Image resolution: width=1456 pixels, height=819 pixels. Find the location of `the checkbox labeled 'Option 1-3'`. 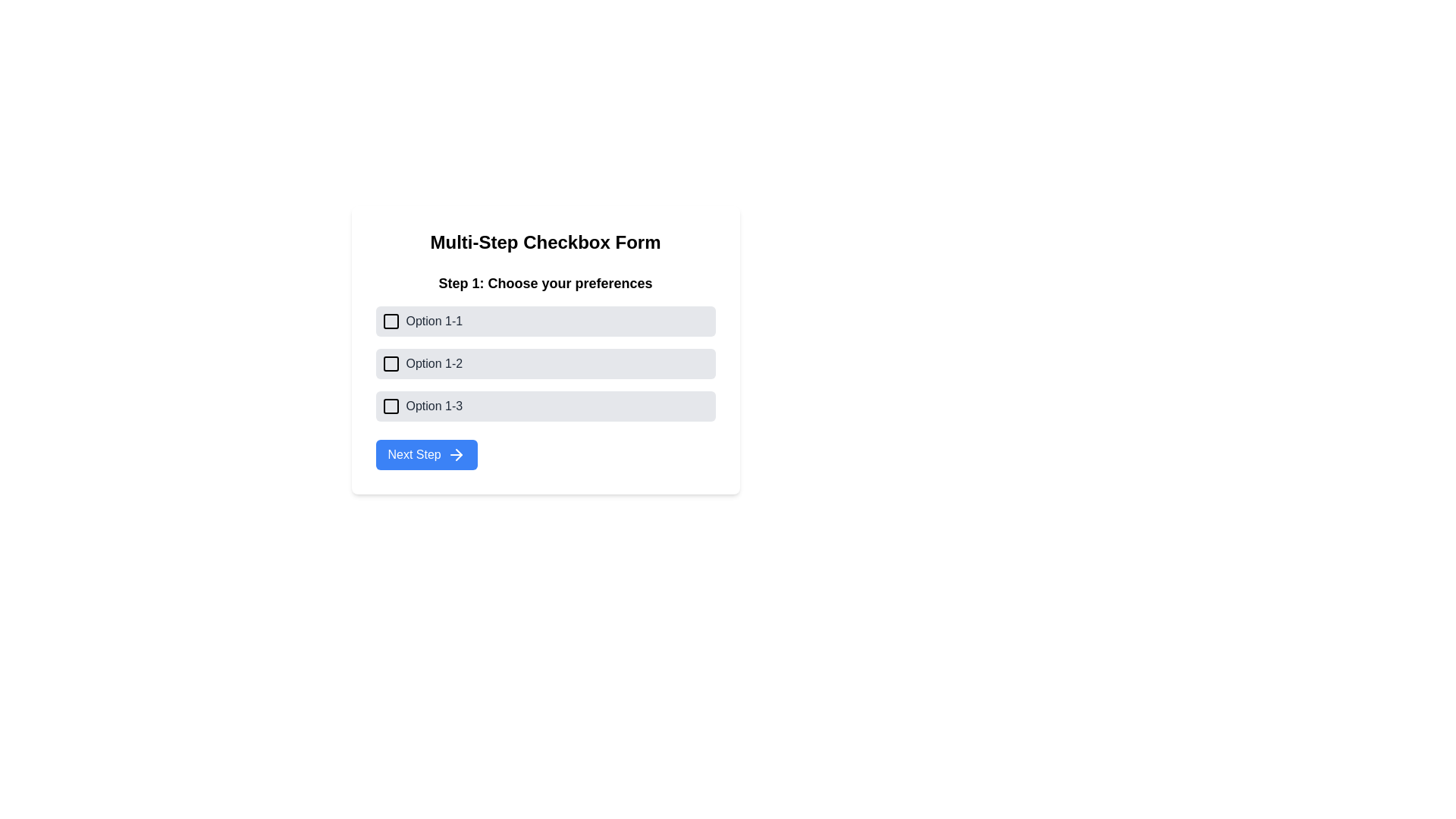

the checkbox labeled 'Option 1-3' is located at coordinates (545, 406).